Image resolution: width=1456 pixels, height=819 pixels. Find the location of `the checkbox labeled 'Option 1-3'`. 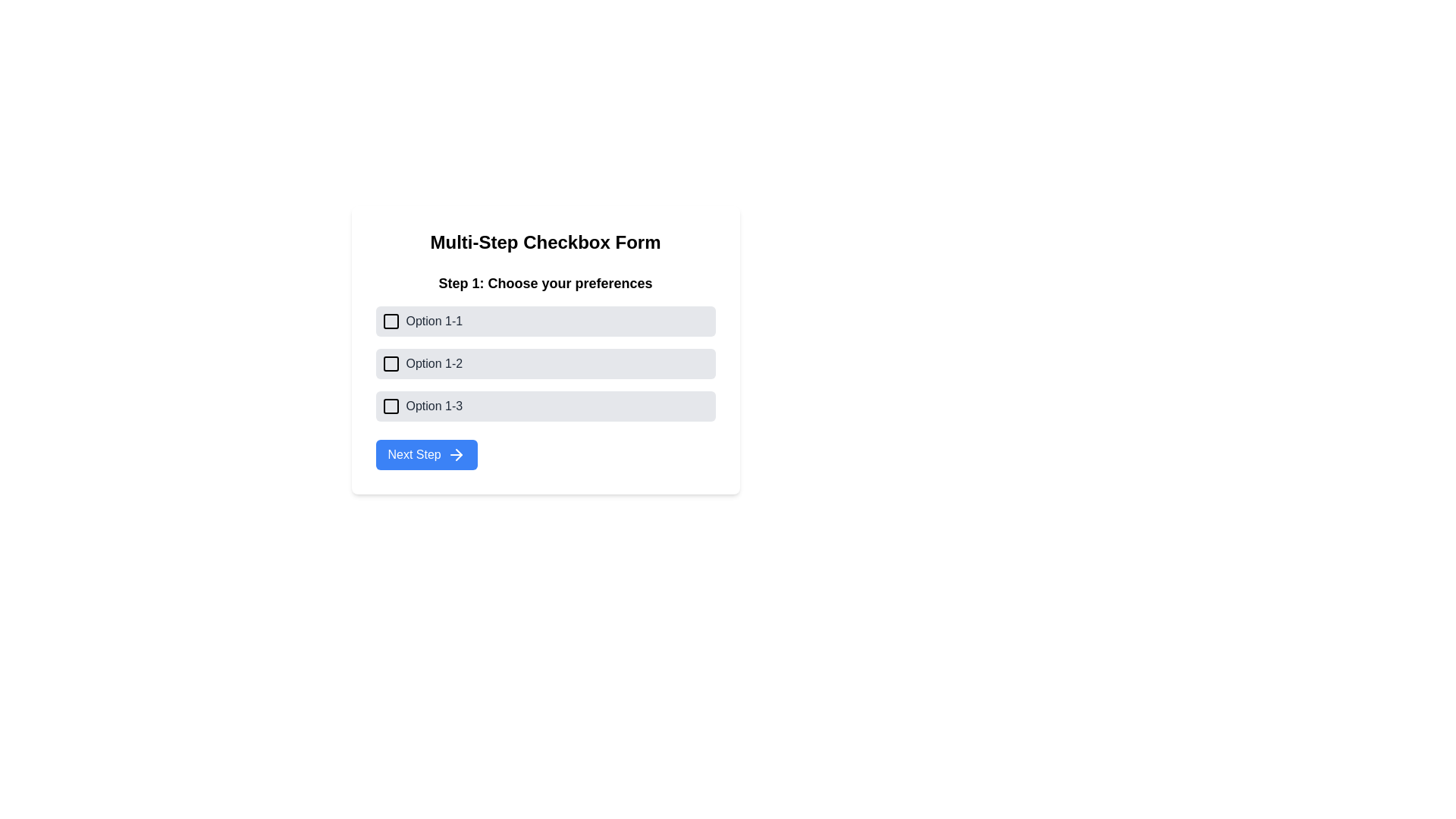

the checkbox labeled 'Option 1-3' is located at coordinates (545, 406).